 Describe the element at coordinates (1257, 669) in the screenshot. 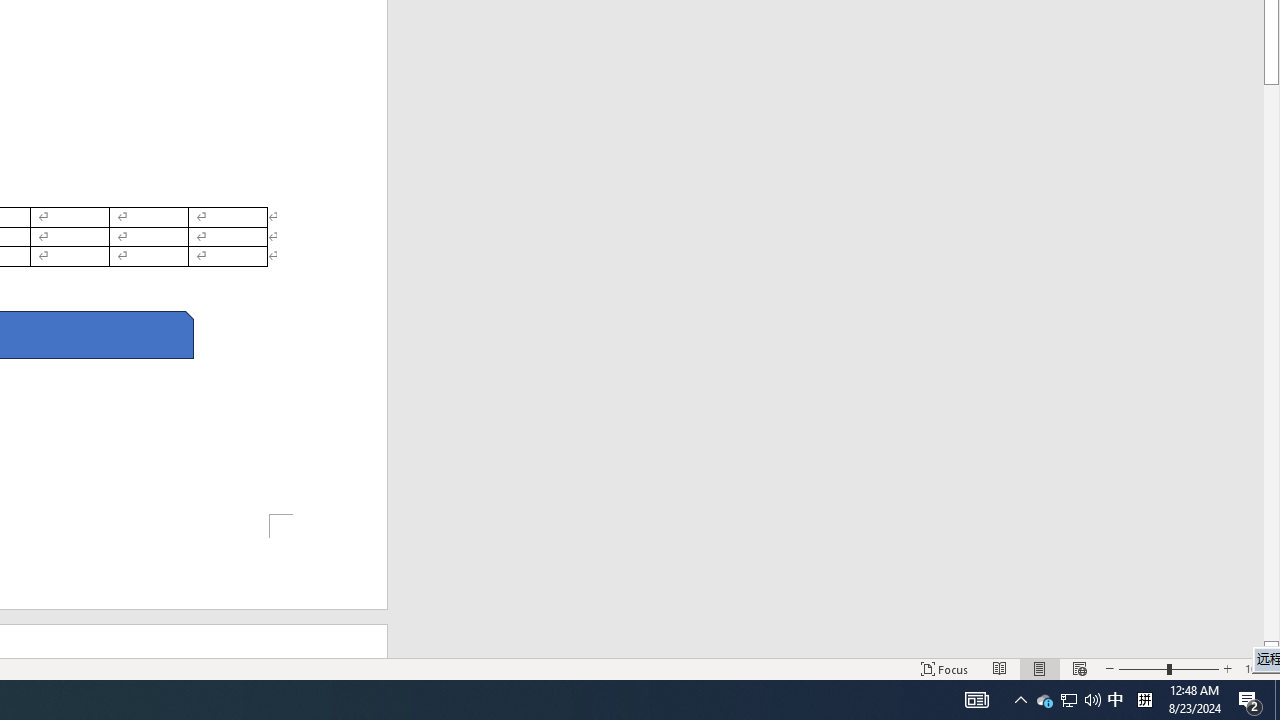

I see `'Zoom 100%'` at that location.